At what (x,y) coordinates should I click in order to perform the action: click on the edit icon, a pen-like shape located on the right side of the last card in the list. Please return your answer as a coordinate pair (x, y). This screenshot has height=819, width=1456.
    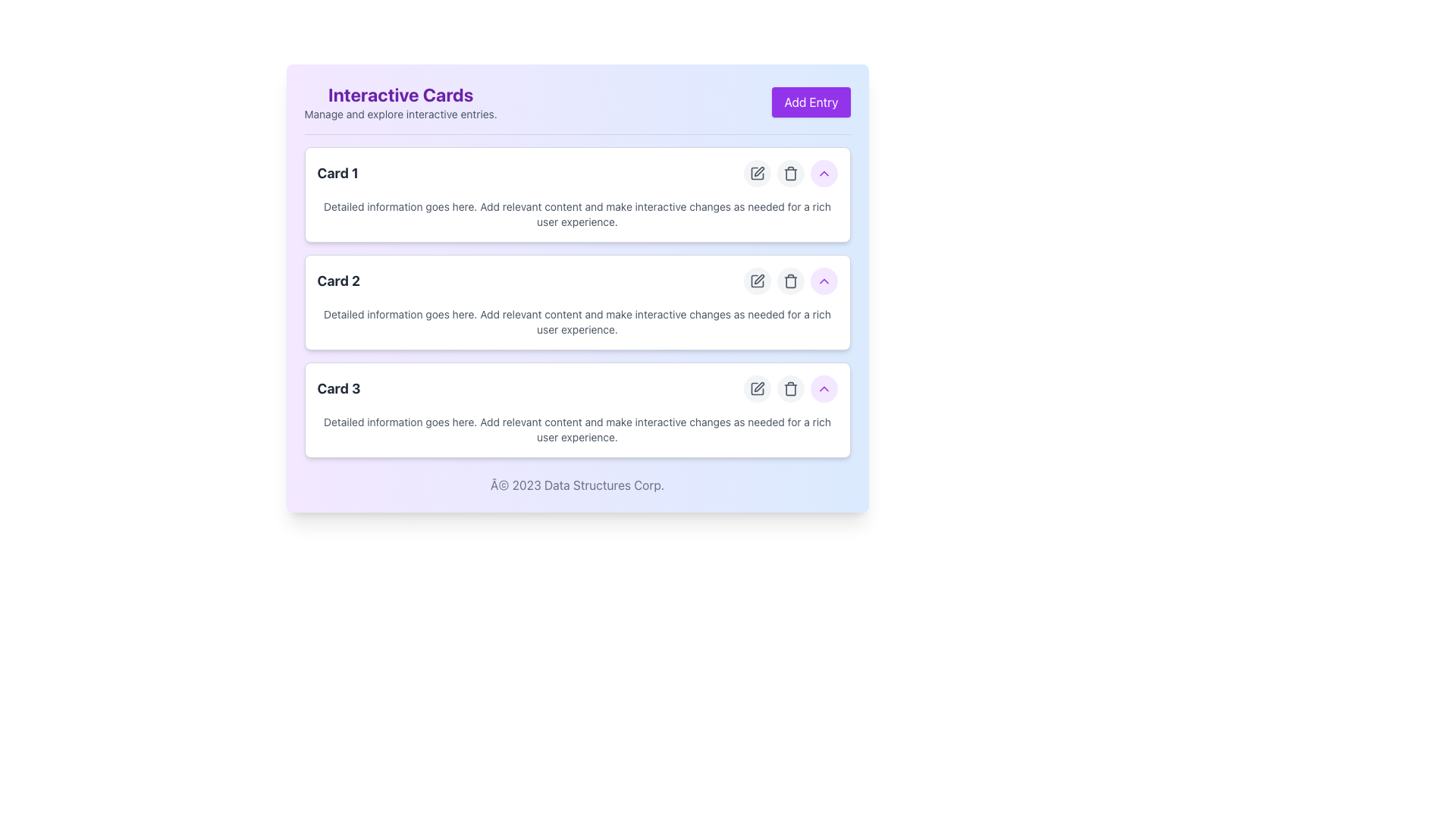
    Looking at the image, I should click on (759, 386).